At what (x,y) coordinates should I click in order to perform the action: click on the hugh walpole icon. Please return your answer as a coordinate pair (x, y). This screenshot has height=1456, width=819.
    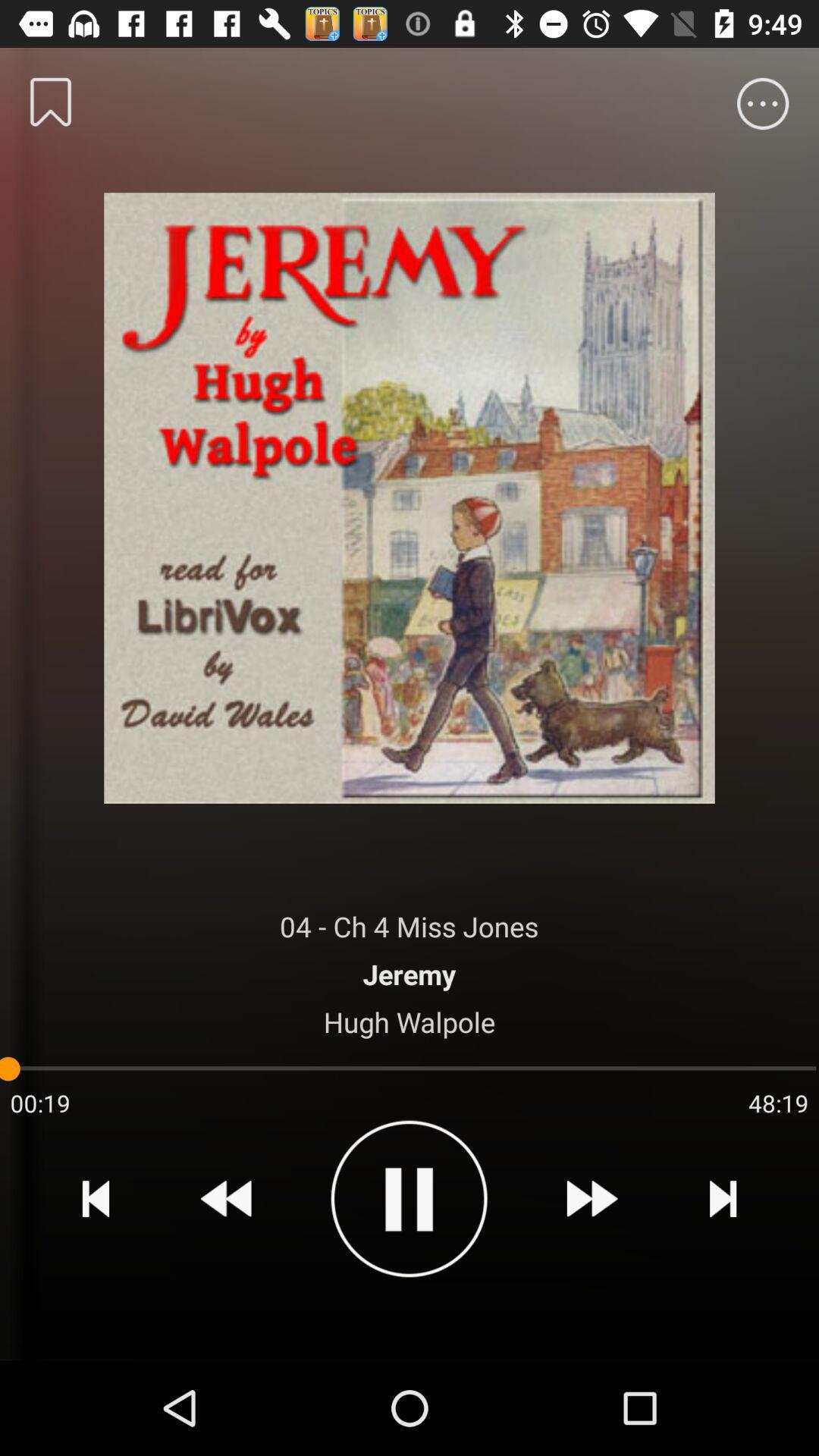
    Looking at the image, I should click on (409, 1021).